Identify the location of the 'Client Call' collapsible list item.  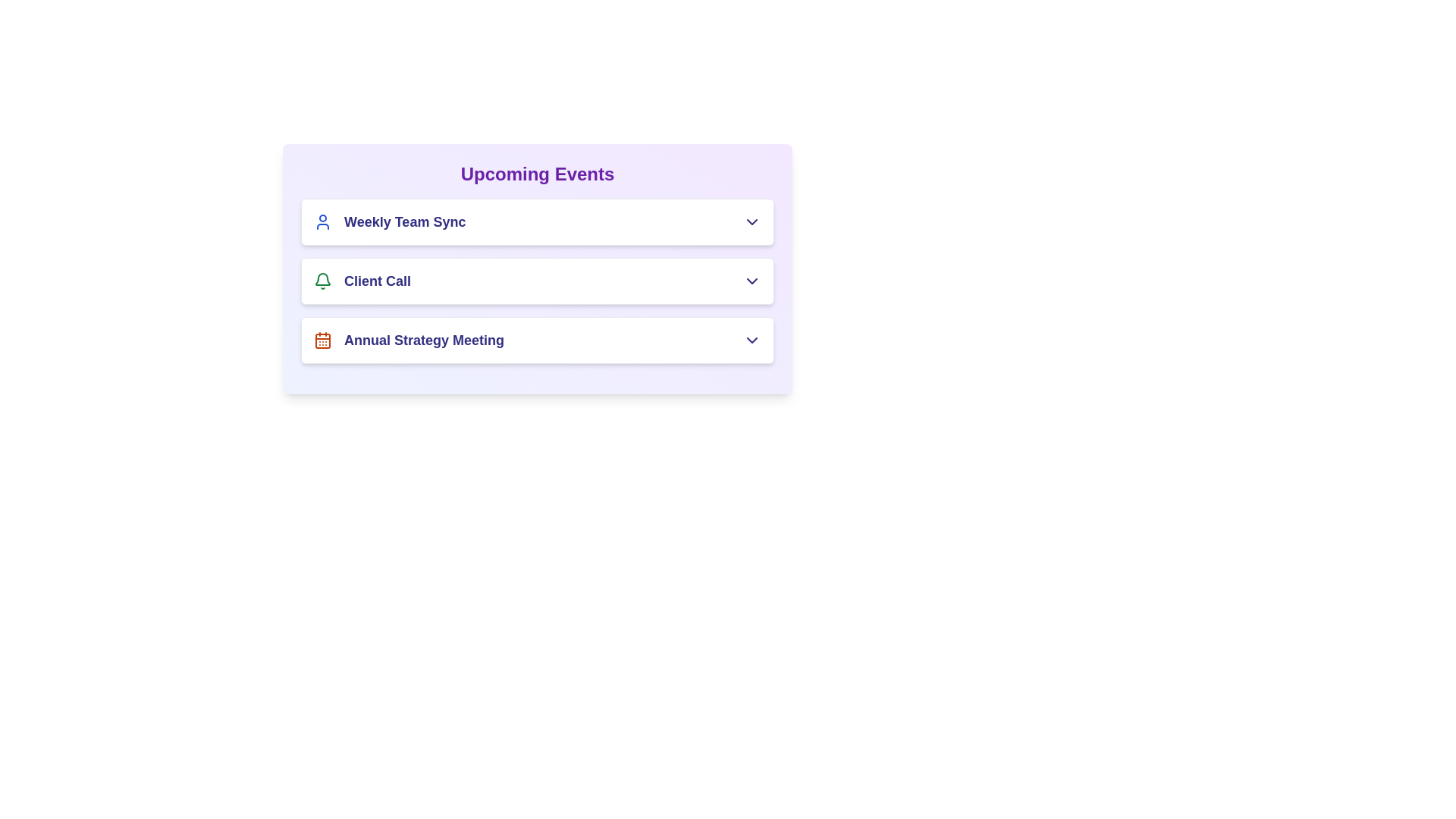
(538, 281).